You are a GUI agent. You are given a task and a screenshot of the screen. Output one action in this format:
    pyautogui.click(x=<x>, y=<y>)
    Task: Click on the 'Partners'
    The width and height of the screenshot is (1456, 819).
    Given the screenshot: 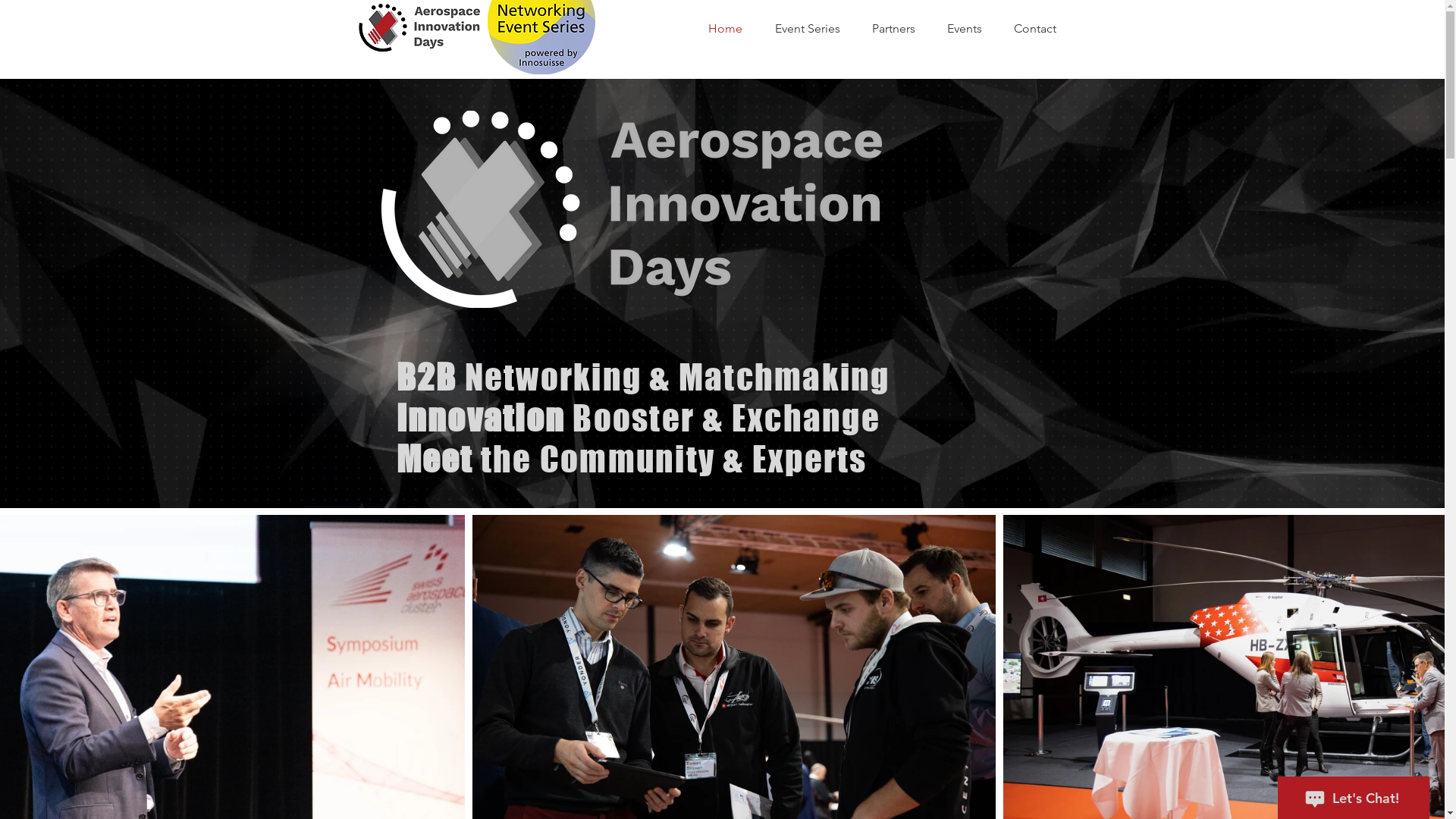 What is the action you would take?
    pyautogui.click(x=902, y=28)
    